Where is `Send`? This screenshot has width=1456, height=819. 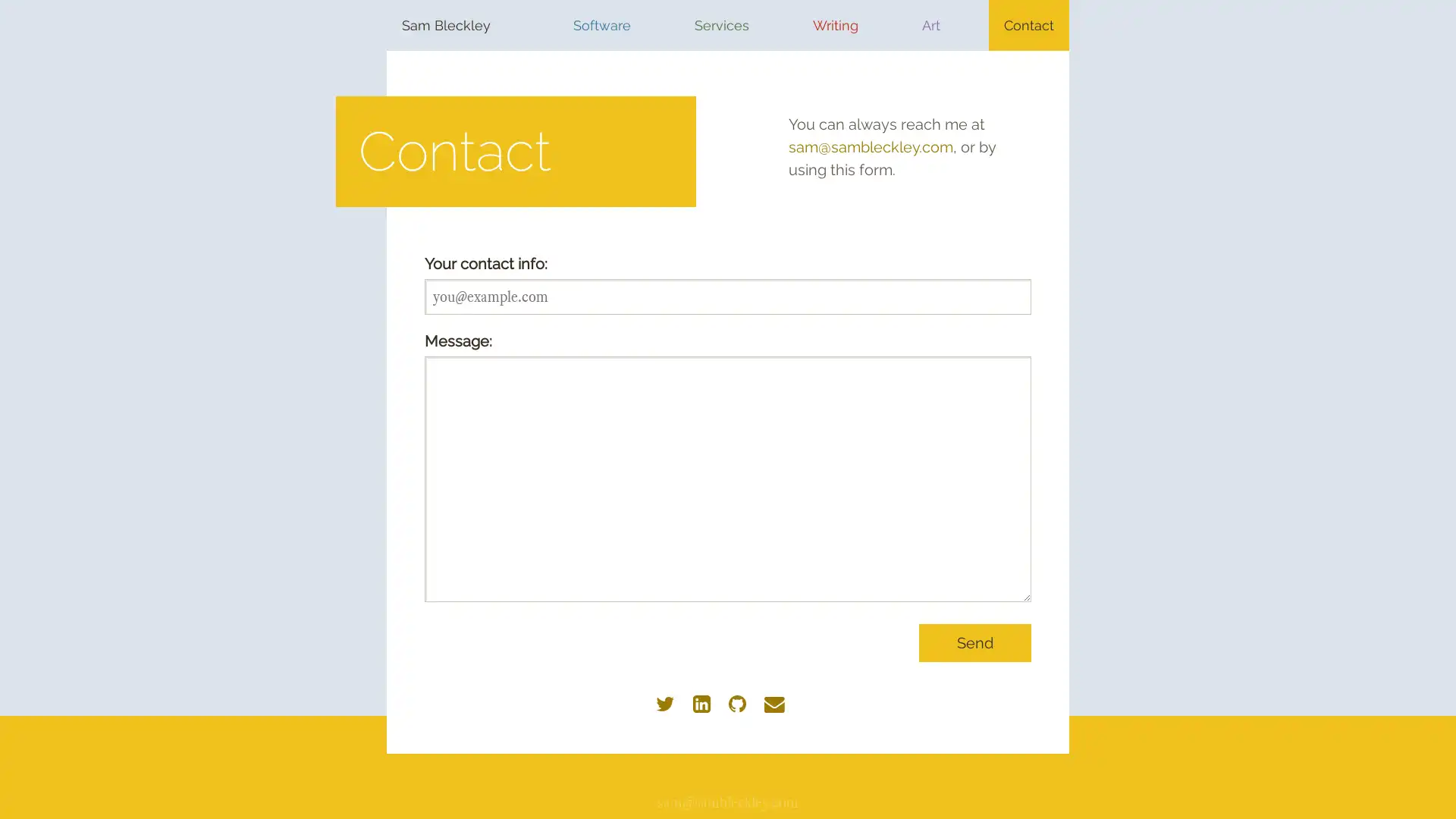 Send is located at coordinates (975, 643).